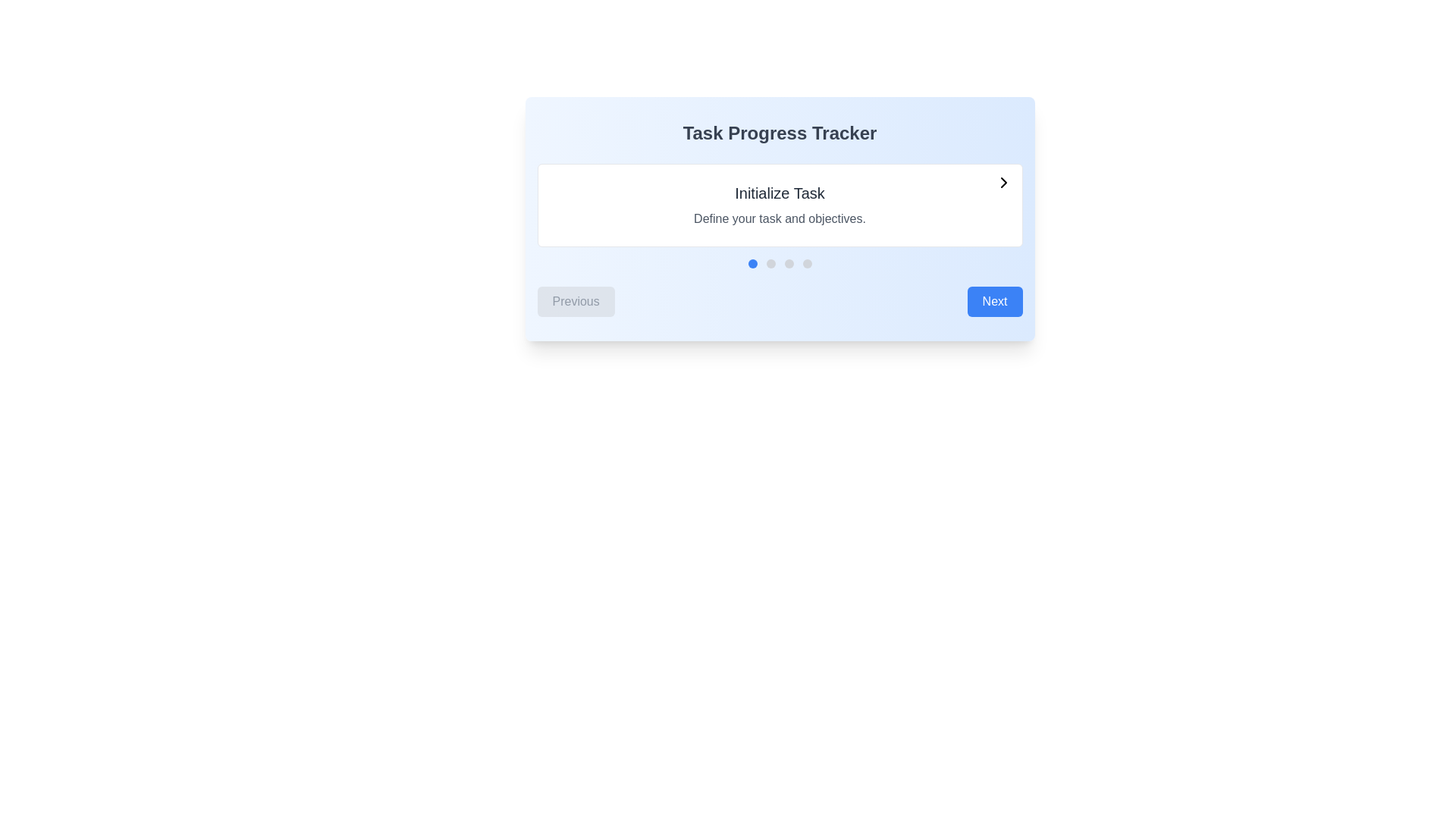 The height and width of the screenshot is (819, 1456). Describe the element at coordinates (806, 262) in the screenshot. I see `the state of the fourth circular progress indicator (dot) with a light gray background, which is part of the progress tracker component, to understand the step it represents` at that location.